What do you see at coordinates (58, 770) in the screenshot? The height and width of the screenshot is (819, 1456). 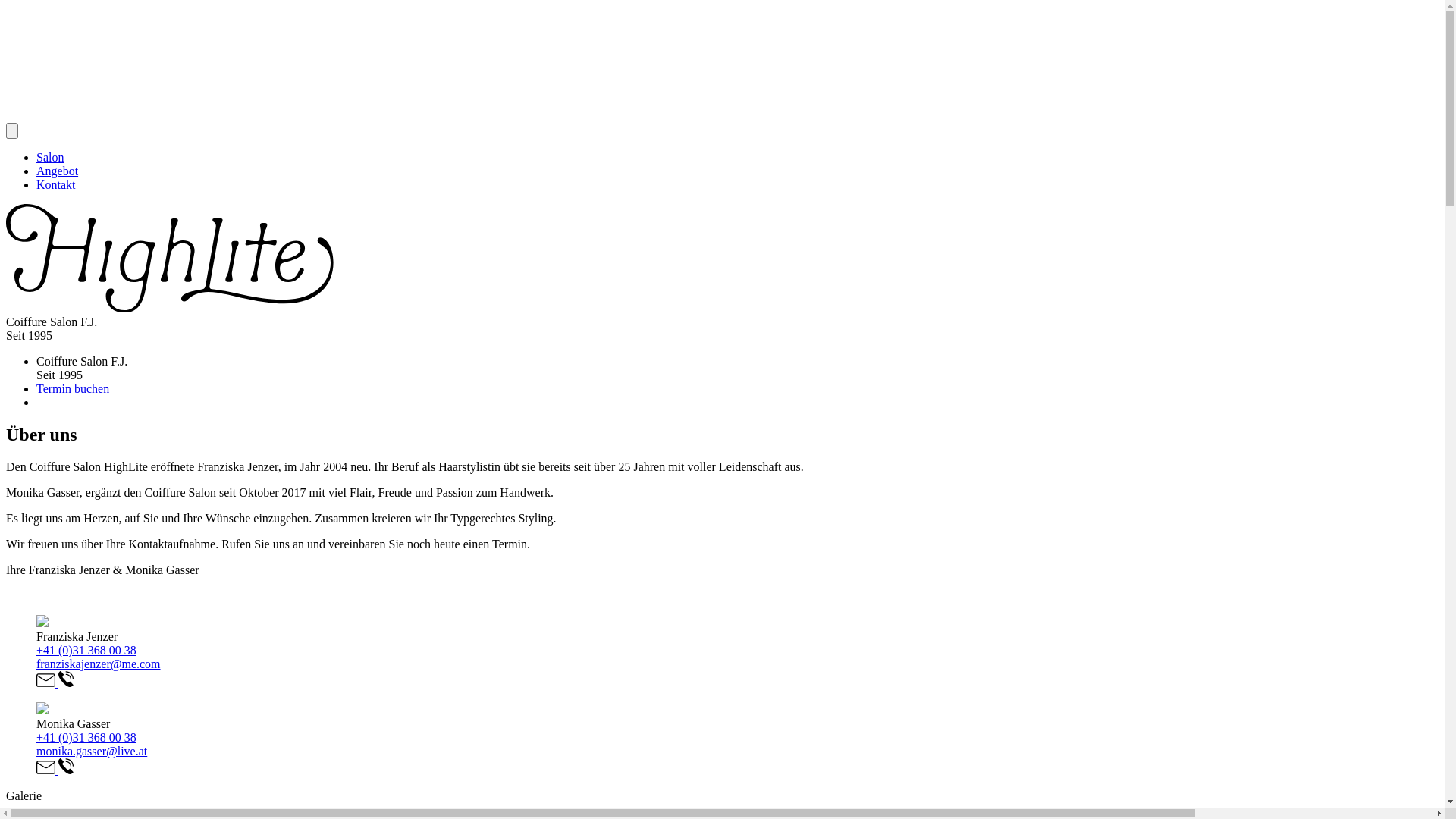 I see `'Telefon Monika Gasser'` at bounding box center [58, 770].